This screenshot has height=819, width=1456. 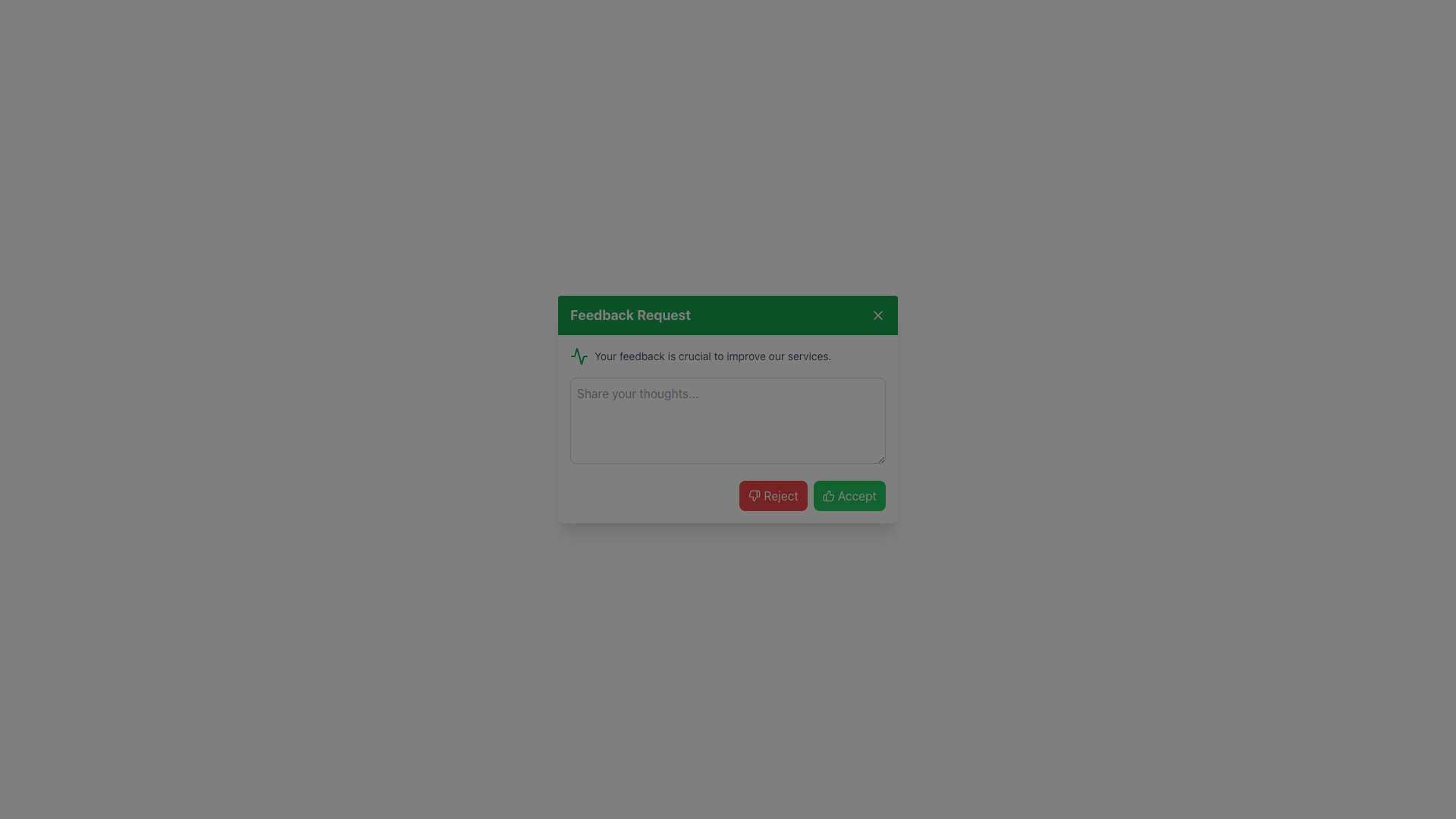 What do you see at coordinates (712, 356) in the screenshot?
I see `text label located below the 'Feedback Request' header and above the 'Share your thoughts...' input area, which provides context for the feedback dialog` at bounding box center [712, 356].